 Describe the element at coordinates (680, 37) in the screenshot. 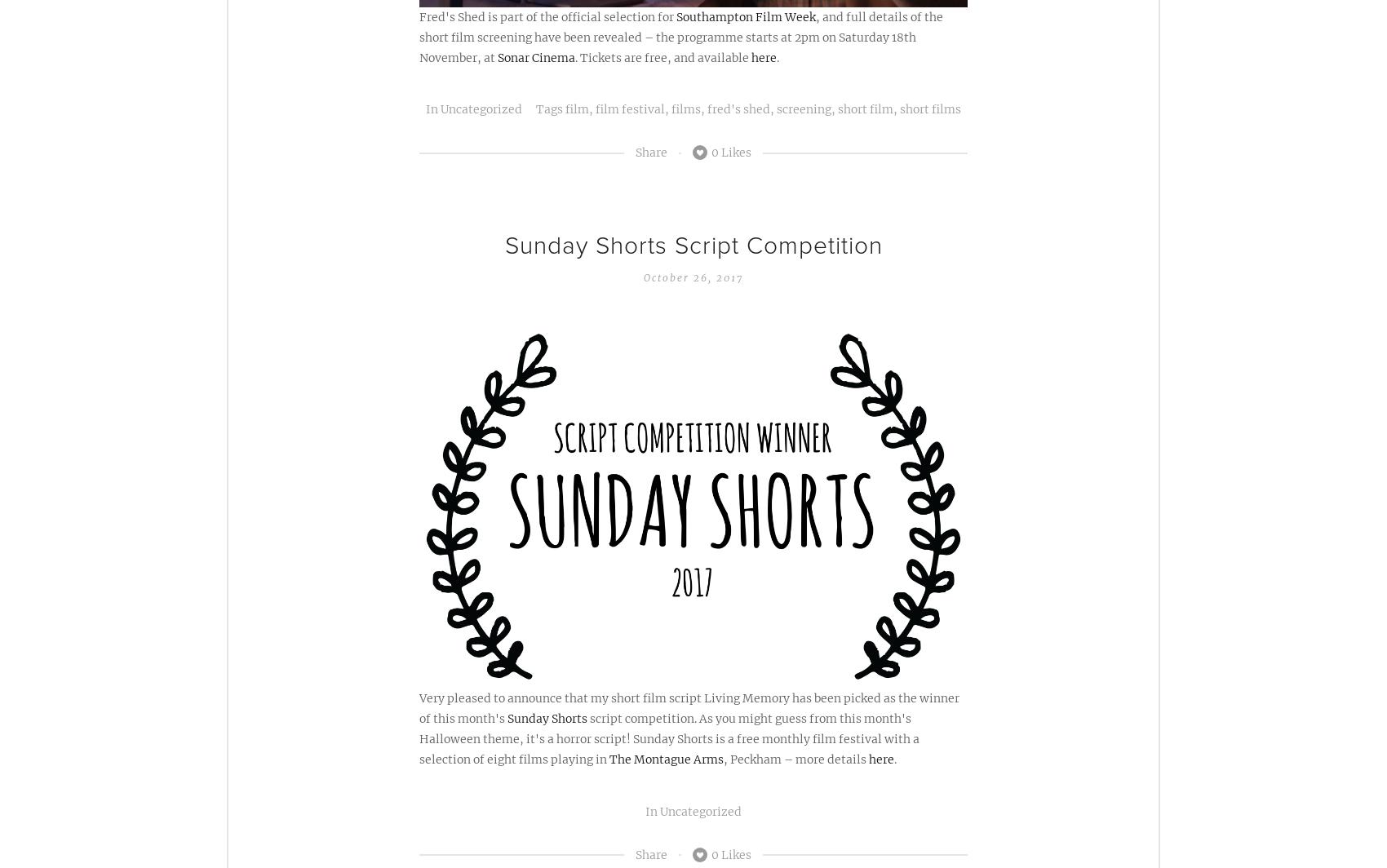

I see `', and full details of the short film screening have been revealed – the programme starts at 2pm on Saturday 18th November, at'` at that location.